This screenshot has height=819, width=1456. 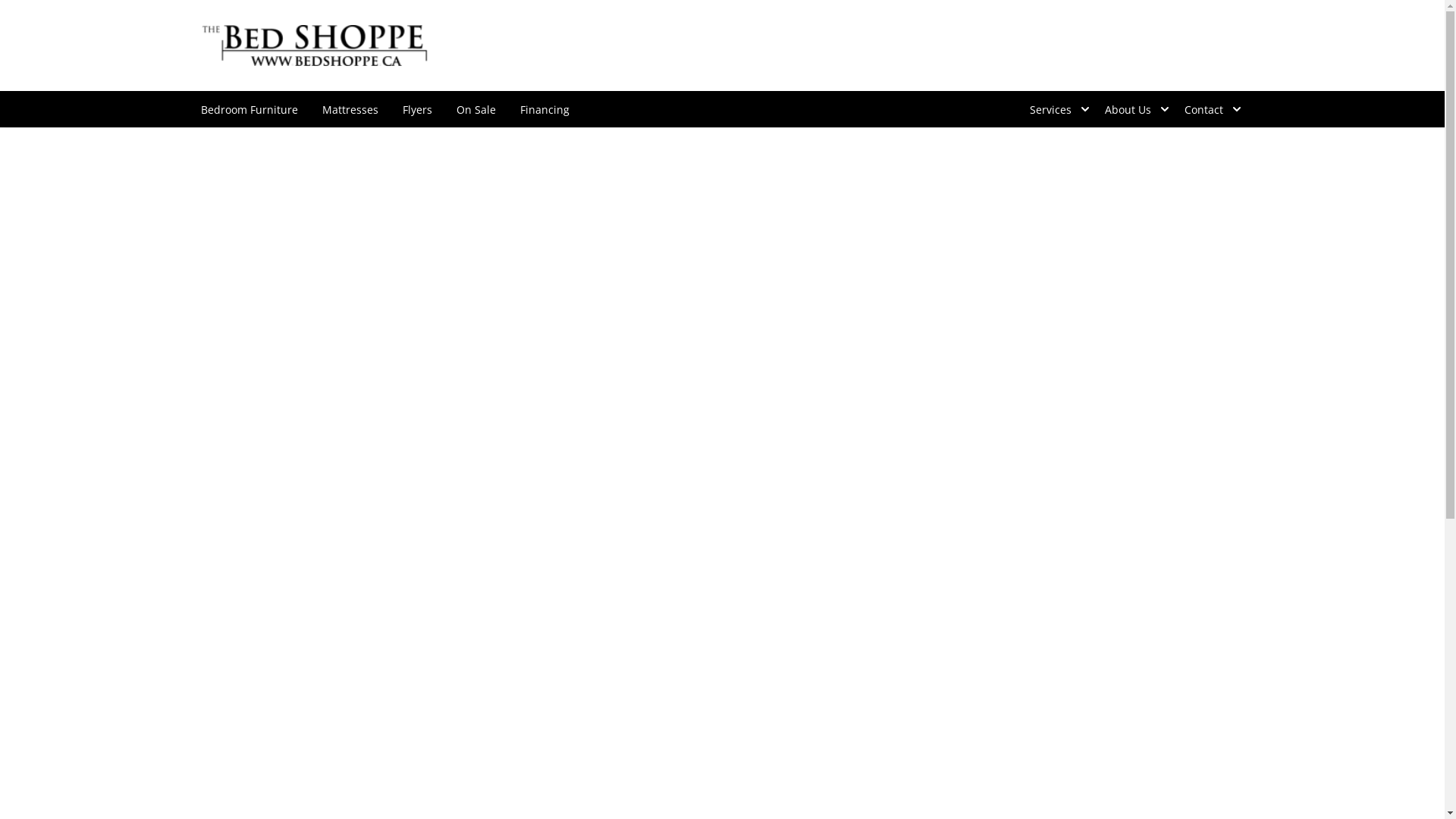 What do you see at coordinates (1092, 108) in the screenshot?
I see `'About Us'` at bounding box center [1092, 108].